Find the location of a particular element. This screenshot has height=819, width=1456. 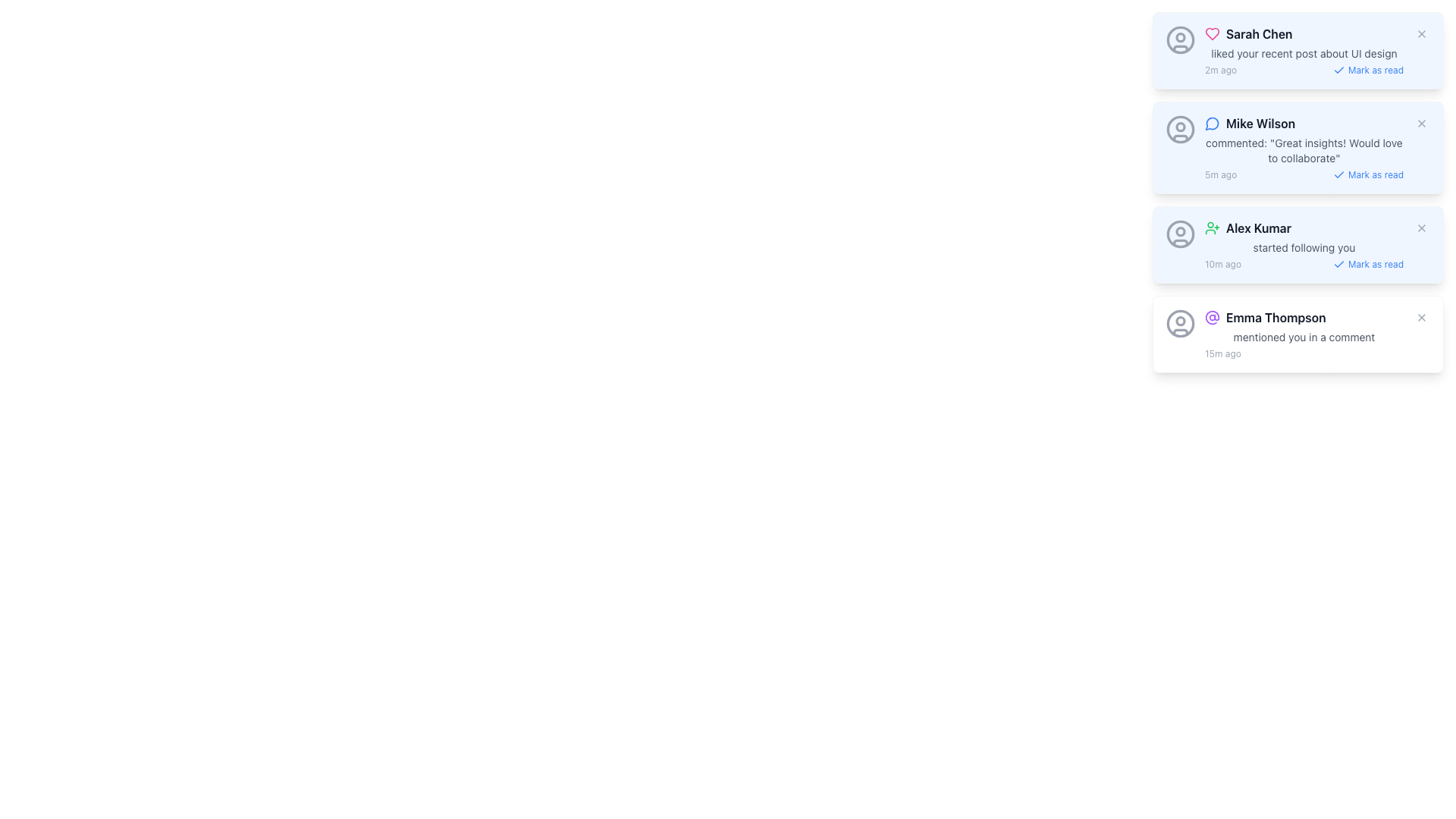

the blue checkmark icon within the notification card for 'Alex Kumar', which is marked 'Mark as read' is located at coordinates (1338, 263).